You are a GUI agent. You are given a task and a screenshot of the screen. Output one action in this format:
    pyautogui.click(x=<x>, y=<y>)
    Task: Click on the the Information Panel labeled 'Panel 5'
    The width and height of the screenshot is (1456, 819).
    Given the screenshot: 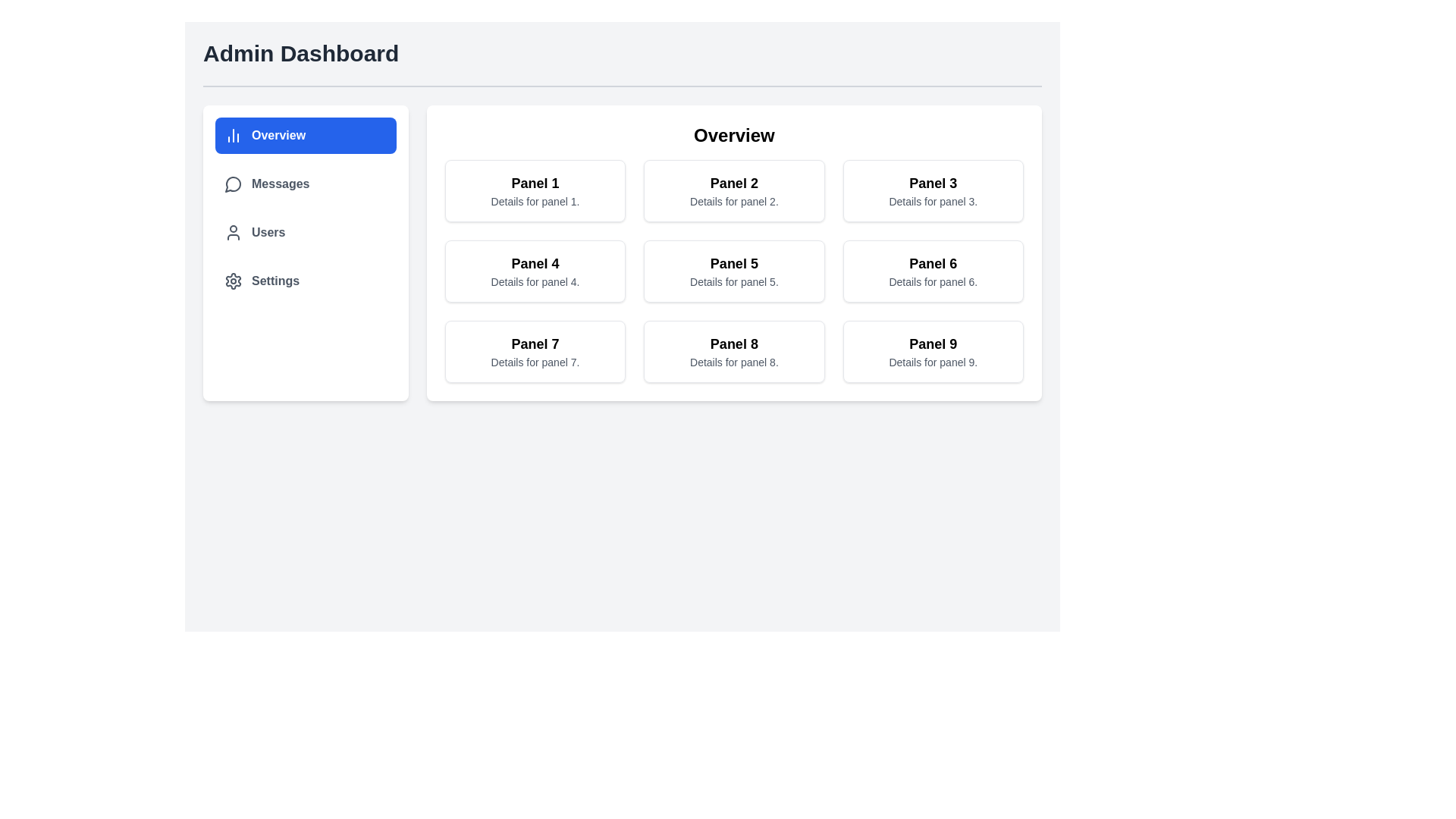 What is the action you would take?
    pyautogui.click(x=734, y=271)
    